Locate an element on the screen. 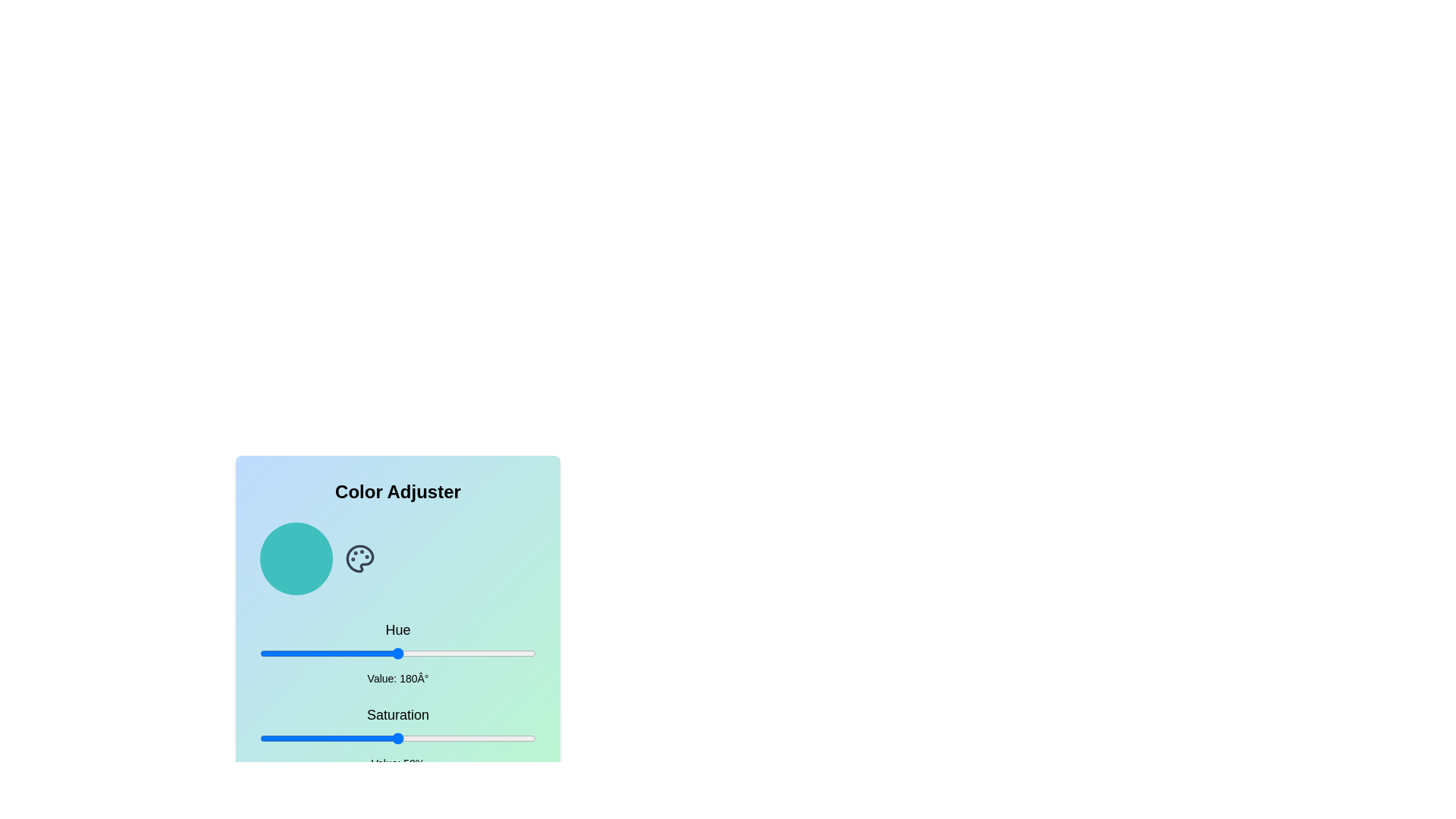 The image size is (1456, 819). the 'Color Adjuster' text is located at coordinates (397, 491).